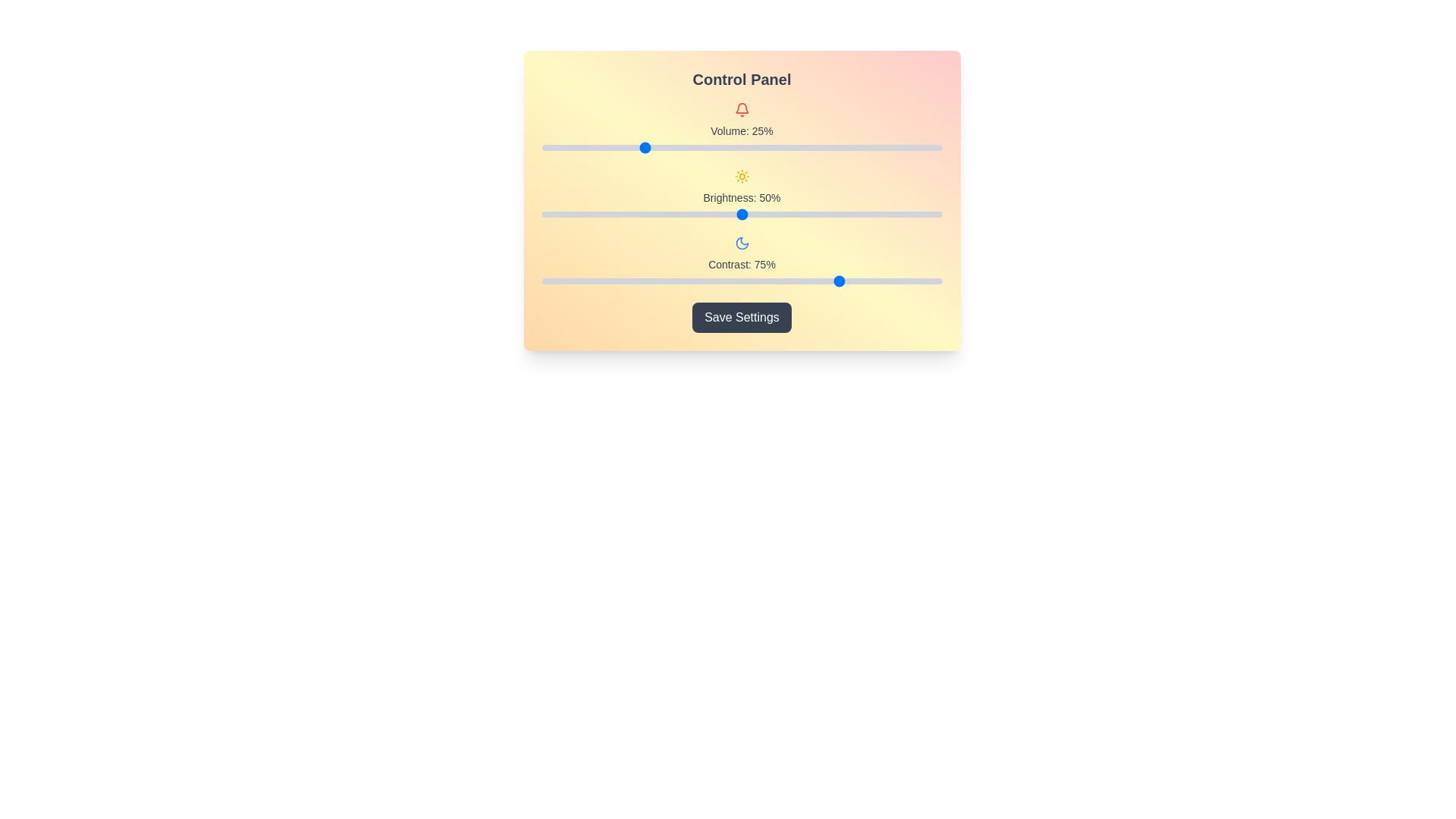  Describe the element at coordinates (626, 281) in the screenshot. I see `contrast` at that location.